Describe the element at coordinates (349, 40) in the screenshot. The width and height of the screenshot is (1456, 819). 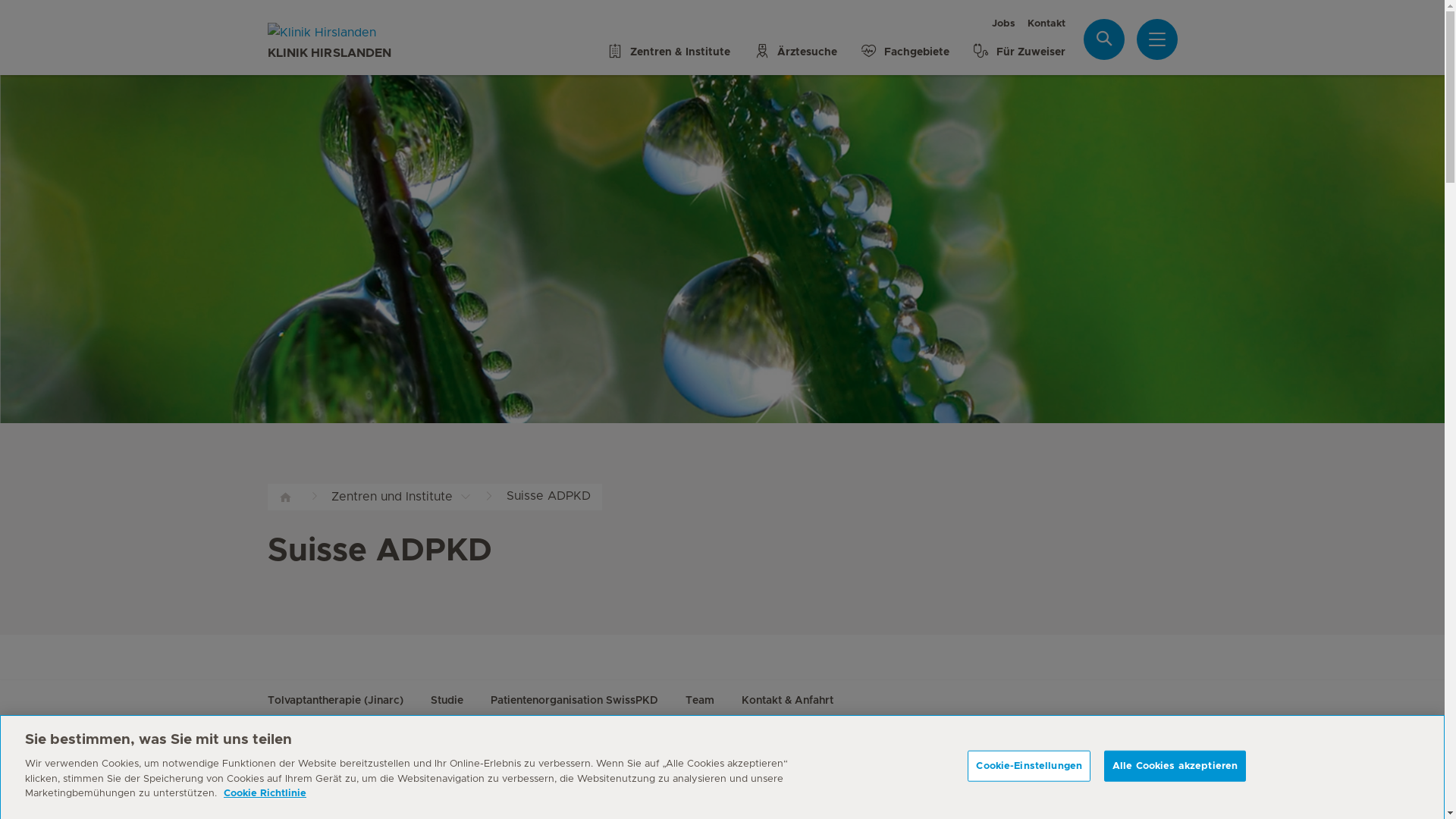
I see `'KLINIK HIRSLANDEN'` at that location.